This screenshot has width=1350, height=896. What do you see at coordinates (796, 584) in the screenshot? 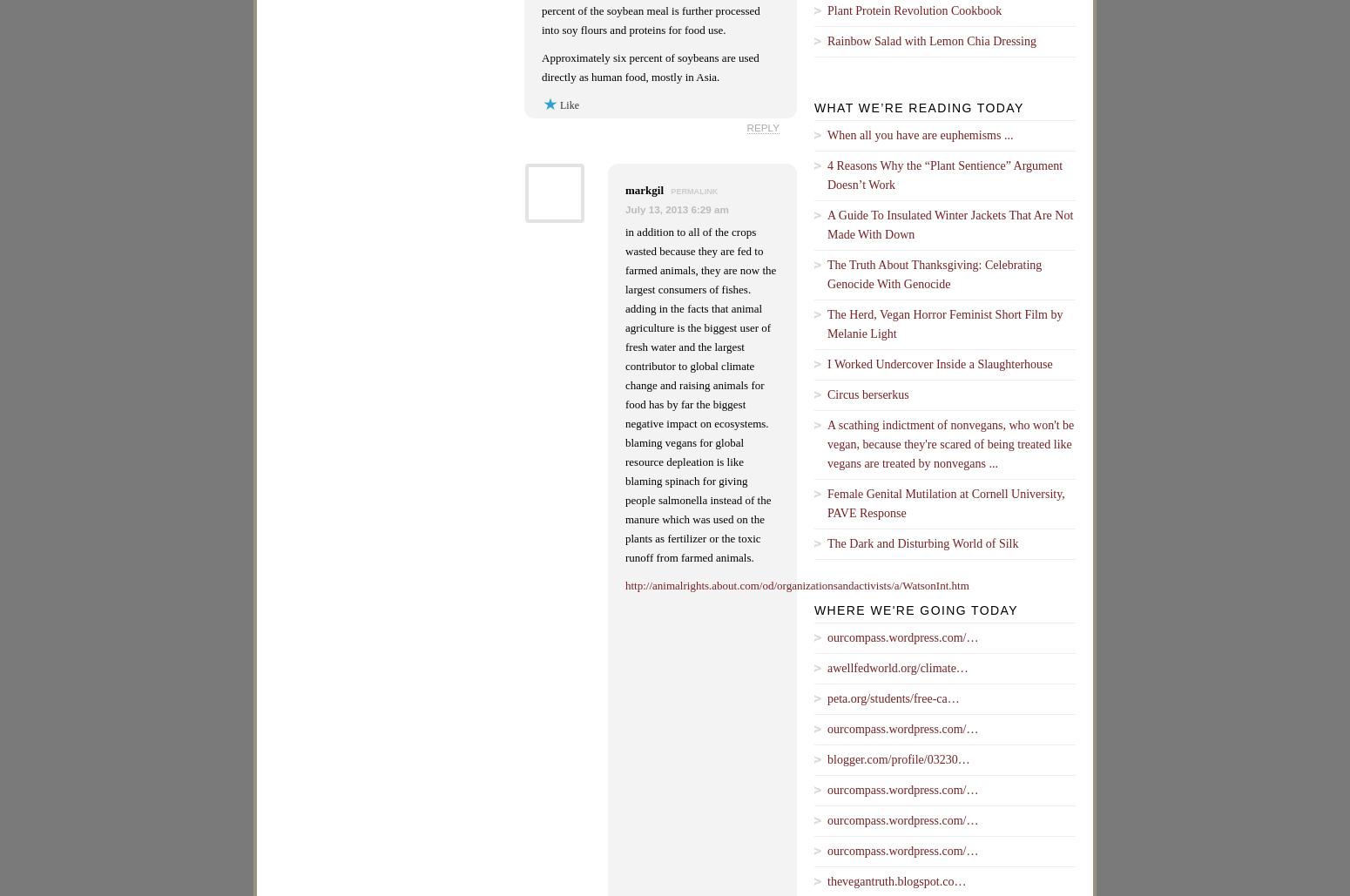
I see `'http://animalrights.about.com/od/organizationsandactivists/a/WatsonInt.htm'` at bounding box center [796, 584].